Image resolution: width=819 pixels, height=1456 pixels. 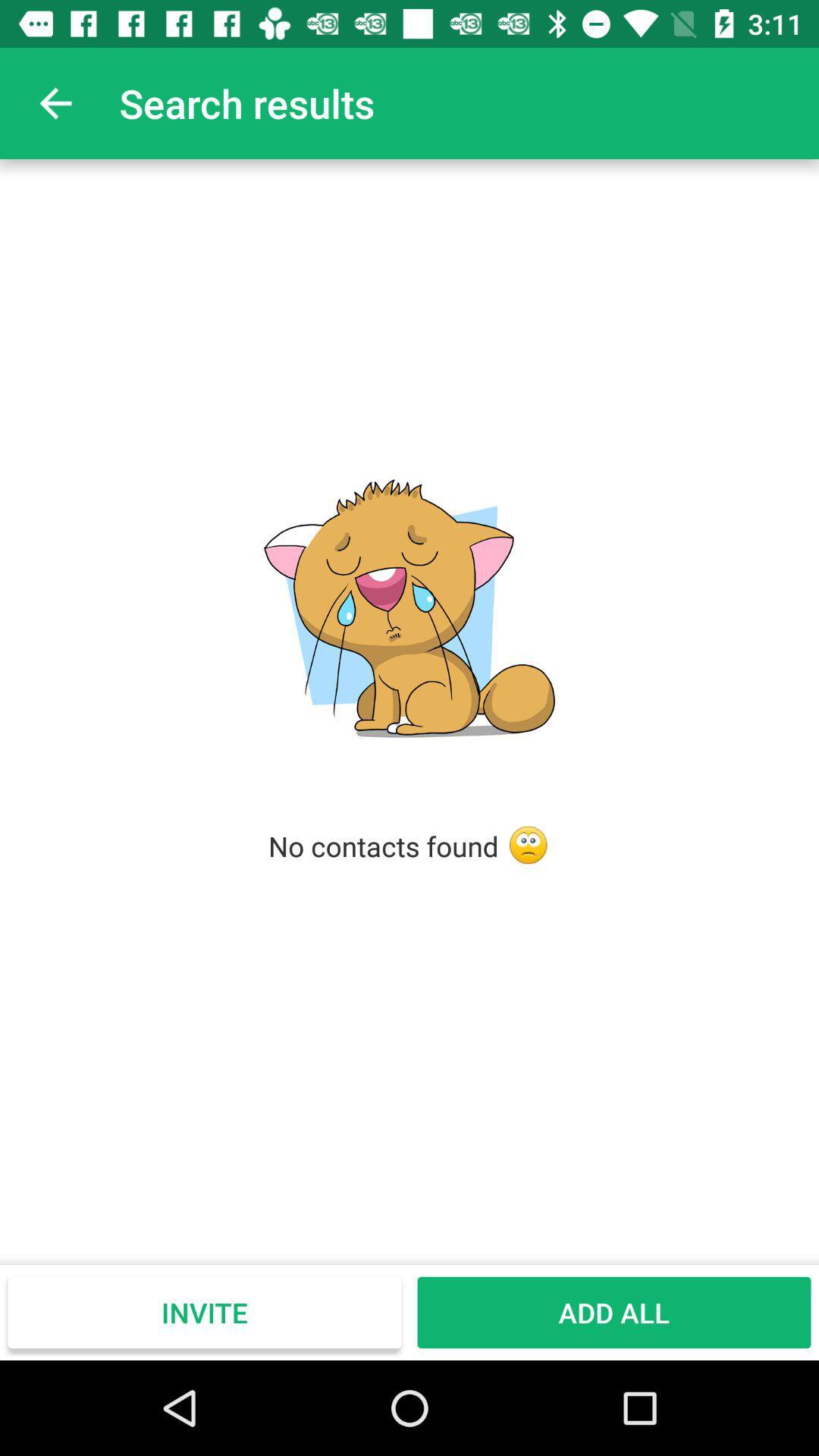 I want to click on the icon to the right of the invite, so click(x=614, y=1312).